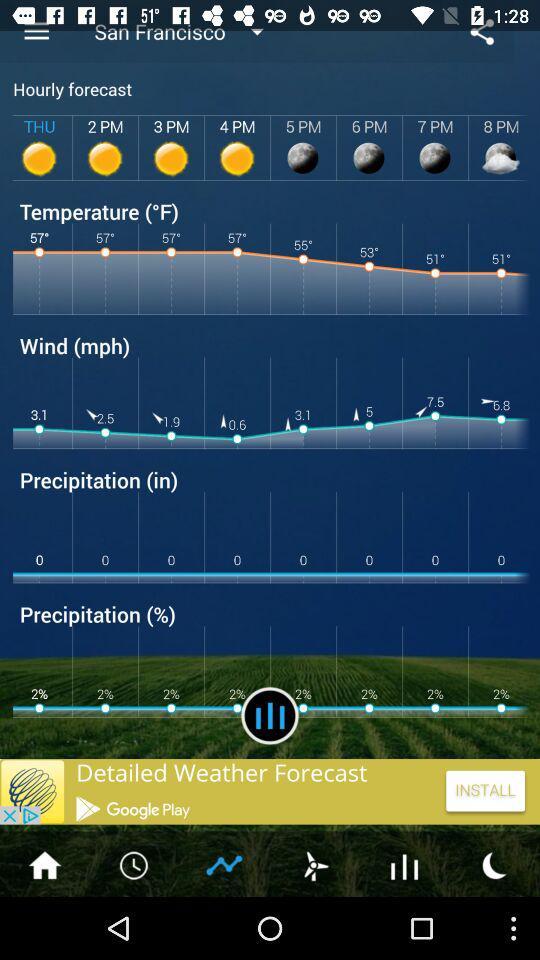  I want to click on the time icon, so click(135, 925).